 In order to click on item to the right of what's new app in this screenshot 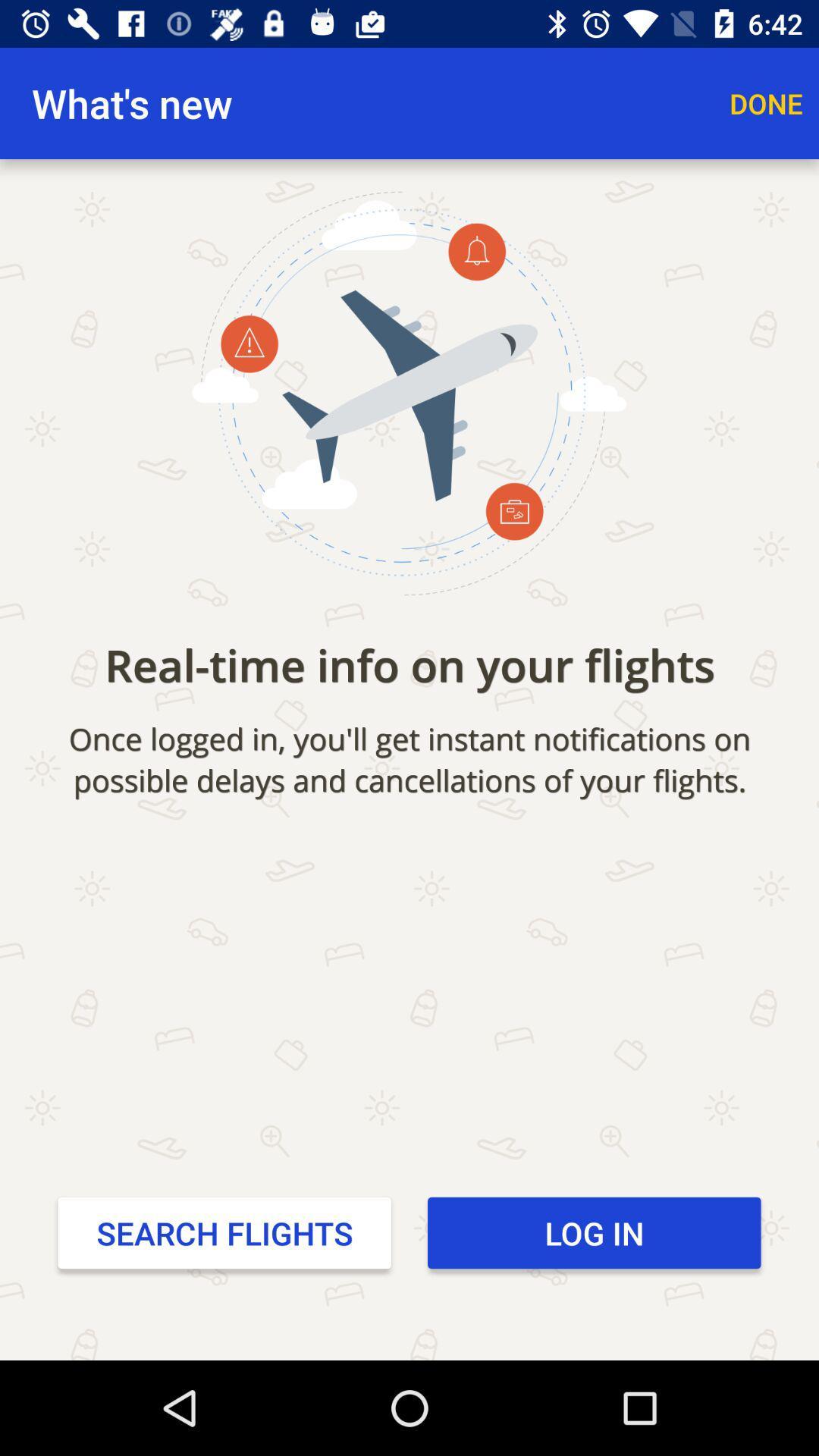, I will do `click(766, 102)`.